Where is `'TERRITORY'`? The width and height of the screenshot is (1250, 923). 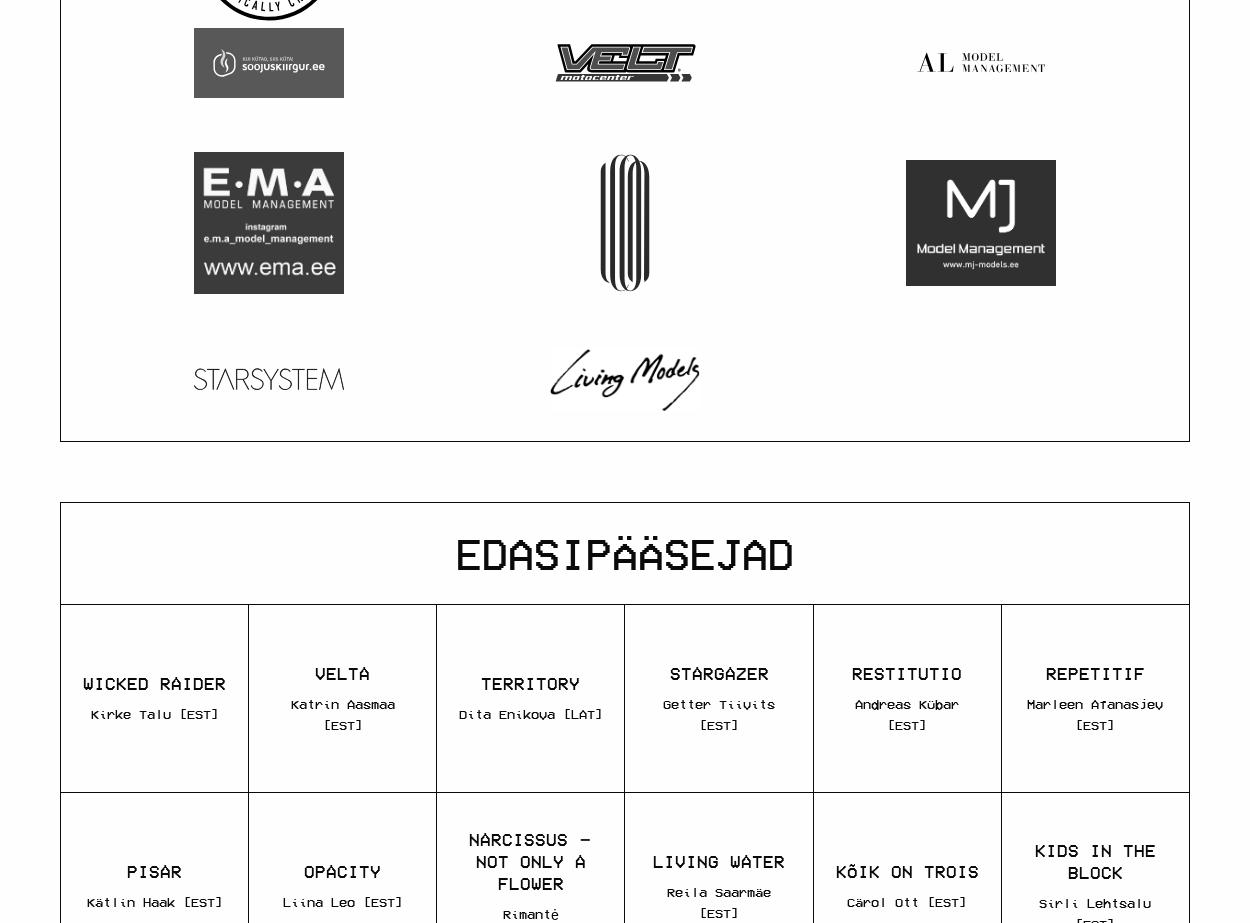
'TERRITORY' is located at coordinates (530, 682).